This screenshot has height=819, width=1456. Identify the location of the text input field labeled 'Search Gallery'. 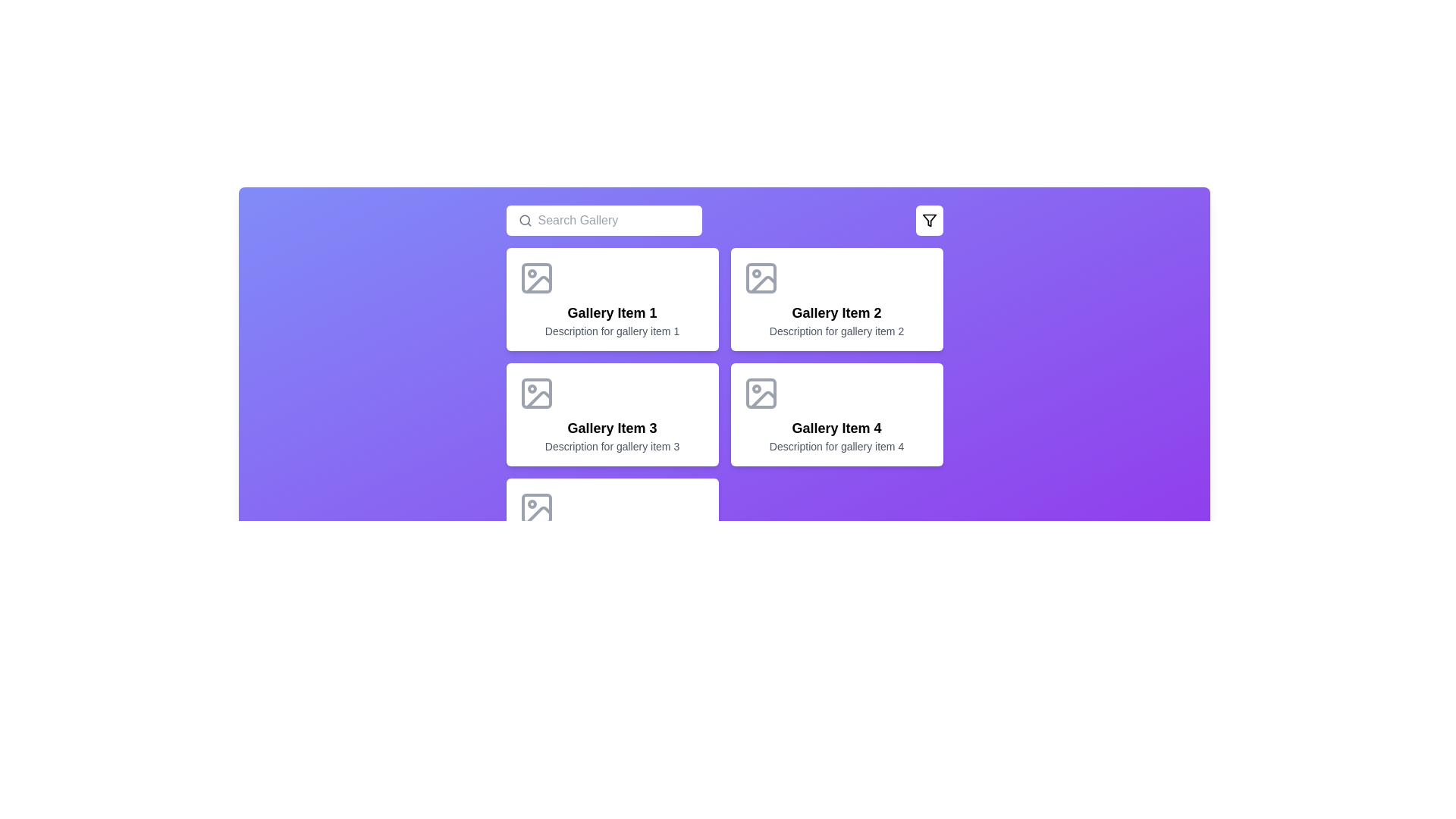
(613, 220).